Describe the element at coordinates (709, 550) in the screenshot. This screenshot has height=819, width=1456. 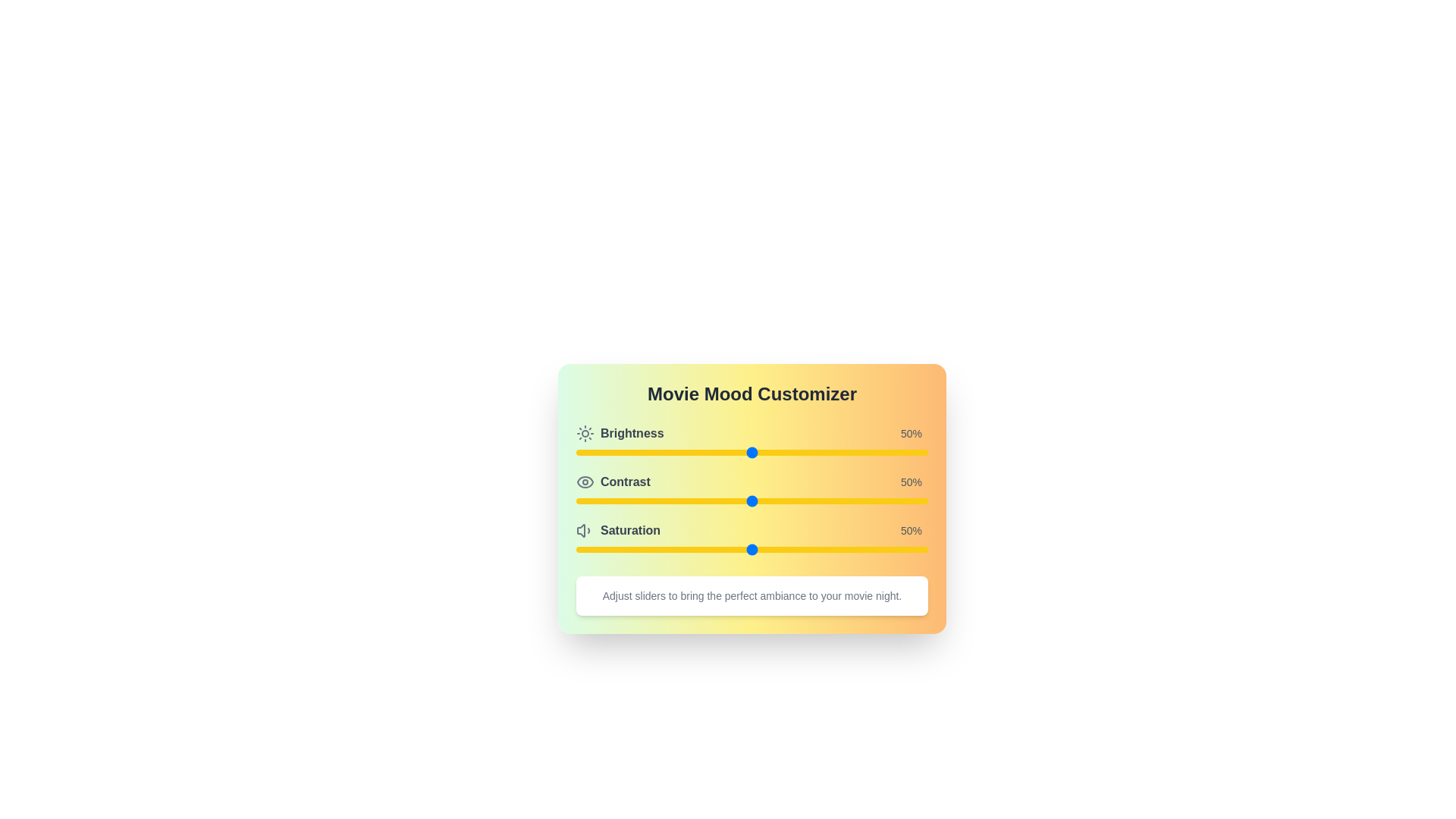
I see `the saturation level` at that location.